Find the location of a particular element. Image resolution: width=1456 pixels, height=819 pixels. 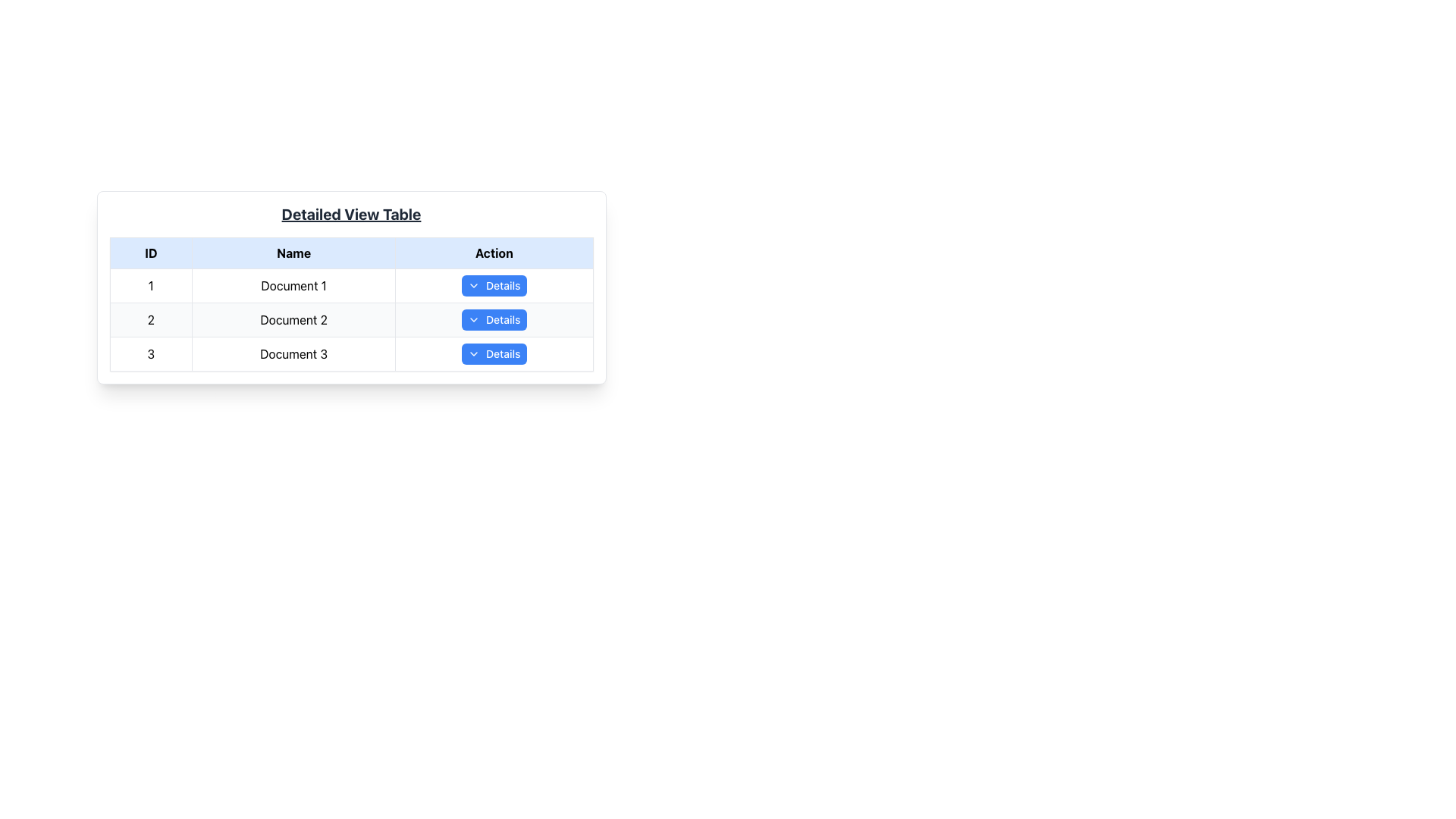

the 'Details' button in the 'Action' column of the first row, which contains a downwards-oriented chevron or arrow and is styled with a blue background and white text is located at coordinates (473, 286).